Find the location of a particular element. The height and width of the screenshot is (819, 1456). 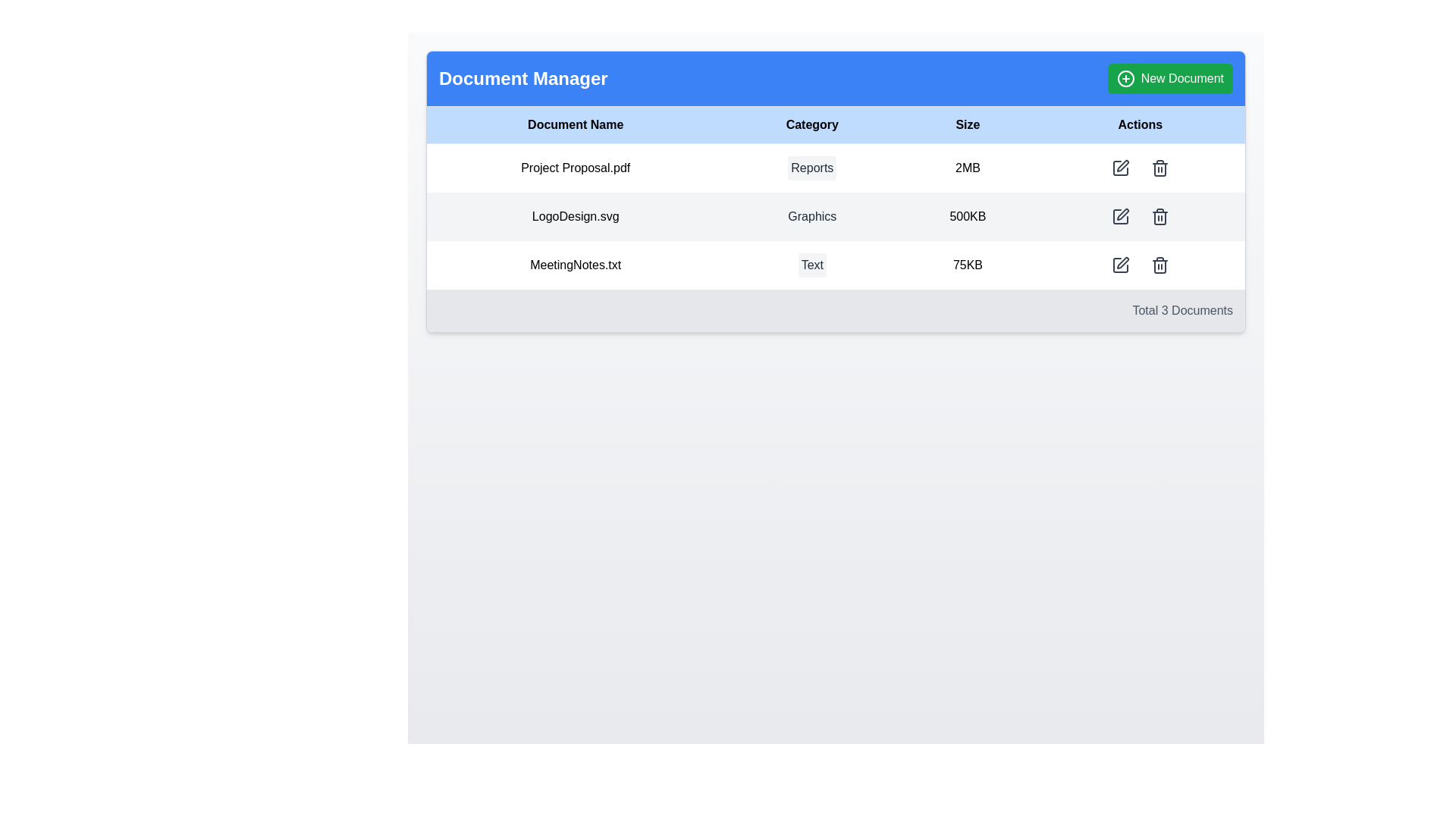

the trash bin icon button in the 'Actions' column of the first row is located at coordinates (1159, 168).